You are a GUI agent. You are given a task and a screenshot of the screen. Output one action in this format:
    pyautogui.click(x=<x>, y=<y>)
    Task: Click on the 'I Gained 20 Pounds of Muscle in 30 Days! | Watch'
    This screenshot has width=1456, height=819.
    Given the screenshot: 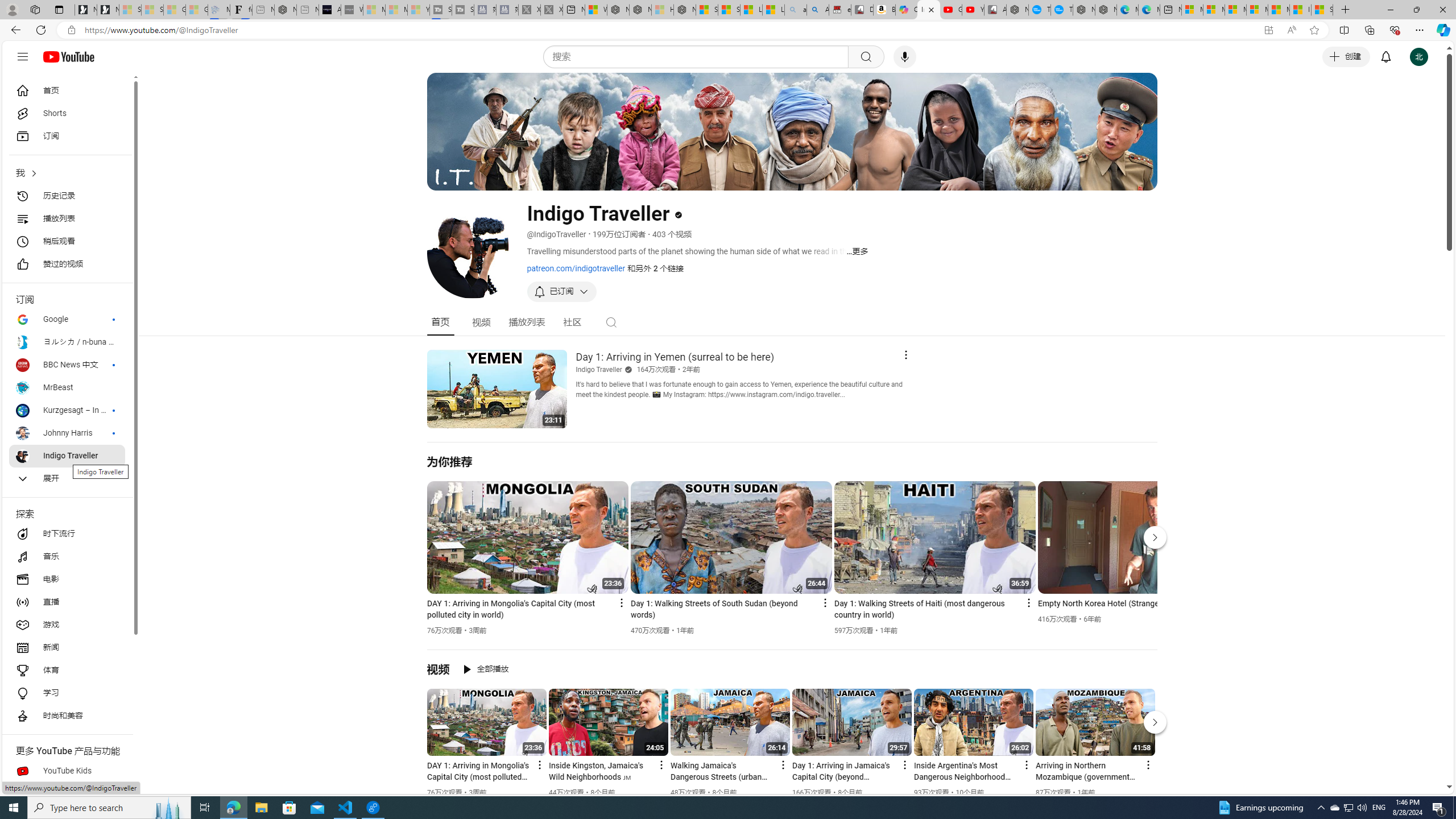 What is the action you would take?
    pyautogui.click(x=1300, y=9)
    